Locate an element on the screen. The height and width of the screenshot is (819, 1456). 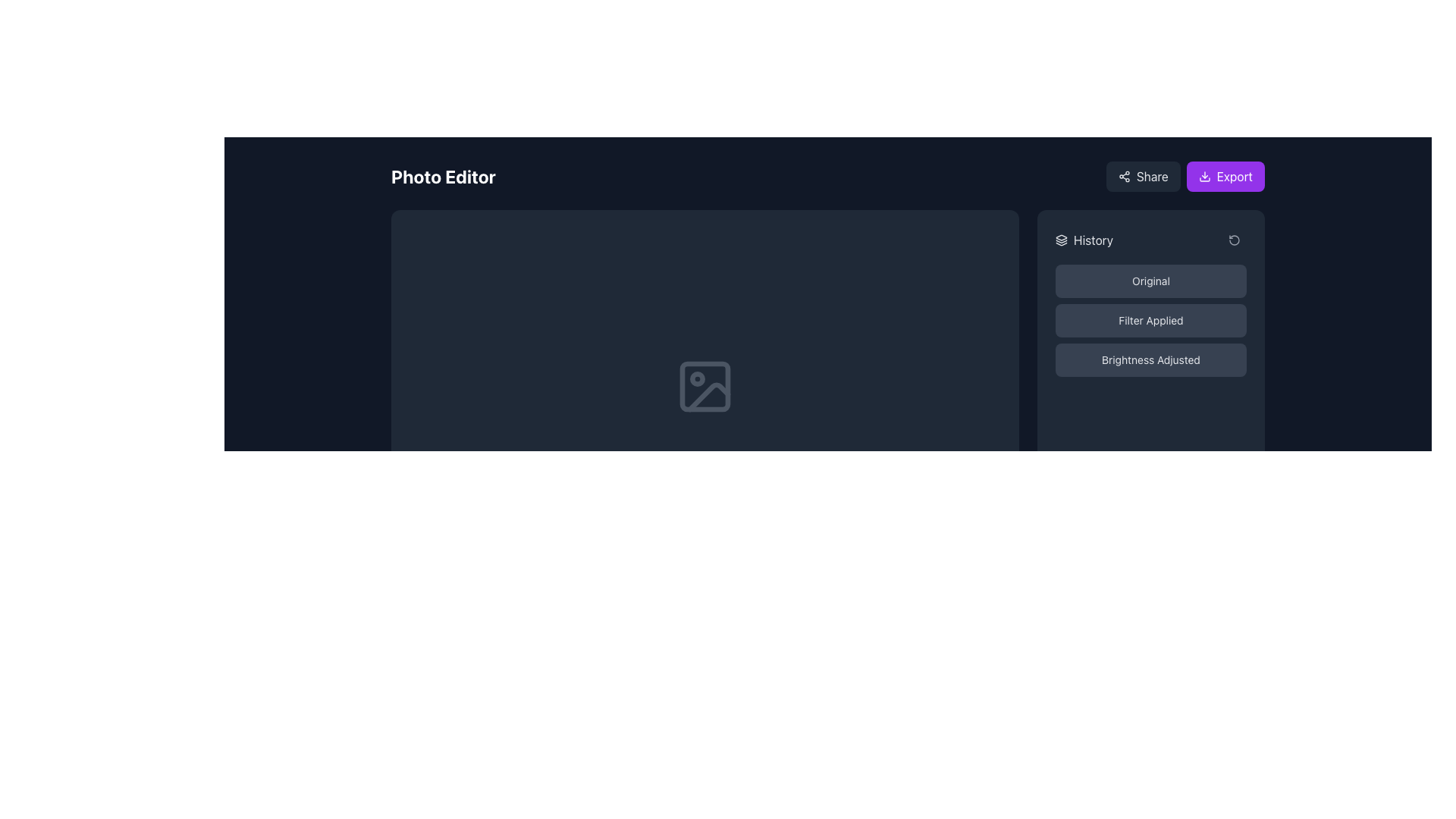
the SVG graphic image icon that is centered within the 'Change Image' box is located at coordinates (704, 385).